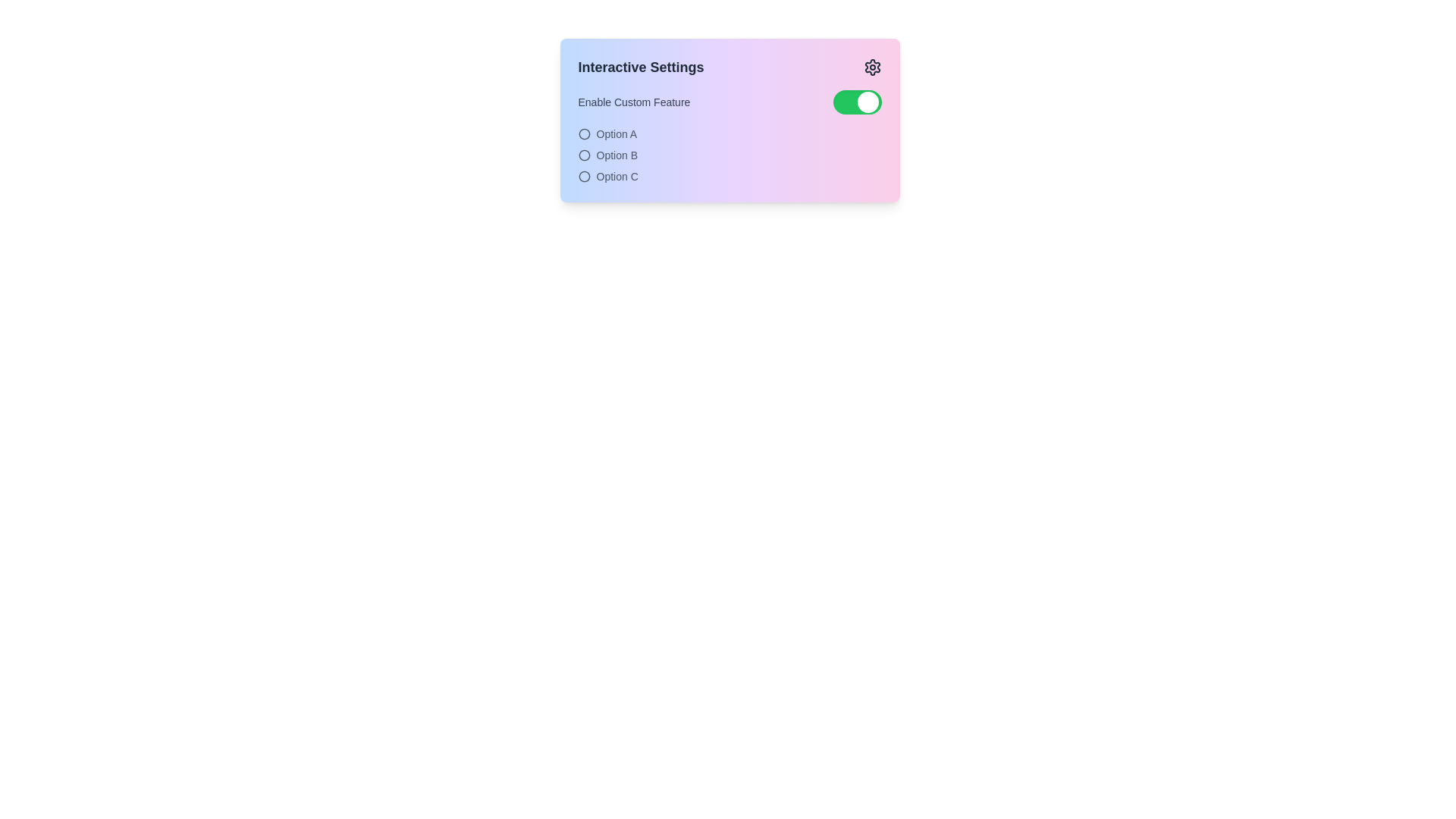  What do you see at coordinates (583, 175) in the screenshot?
I see `the grayscale radio button located to the left of the 'Option C' text under the 'Enable Custom Feature' section` at bounding box center [583, 175].